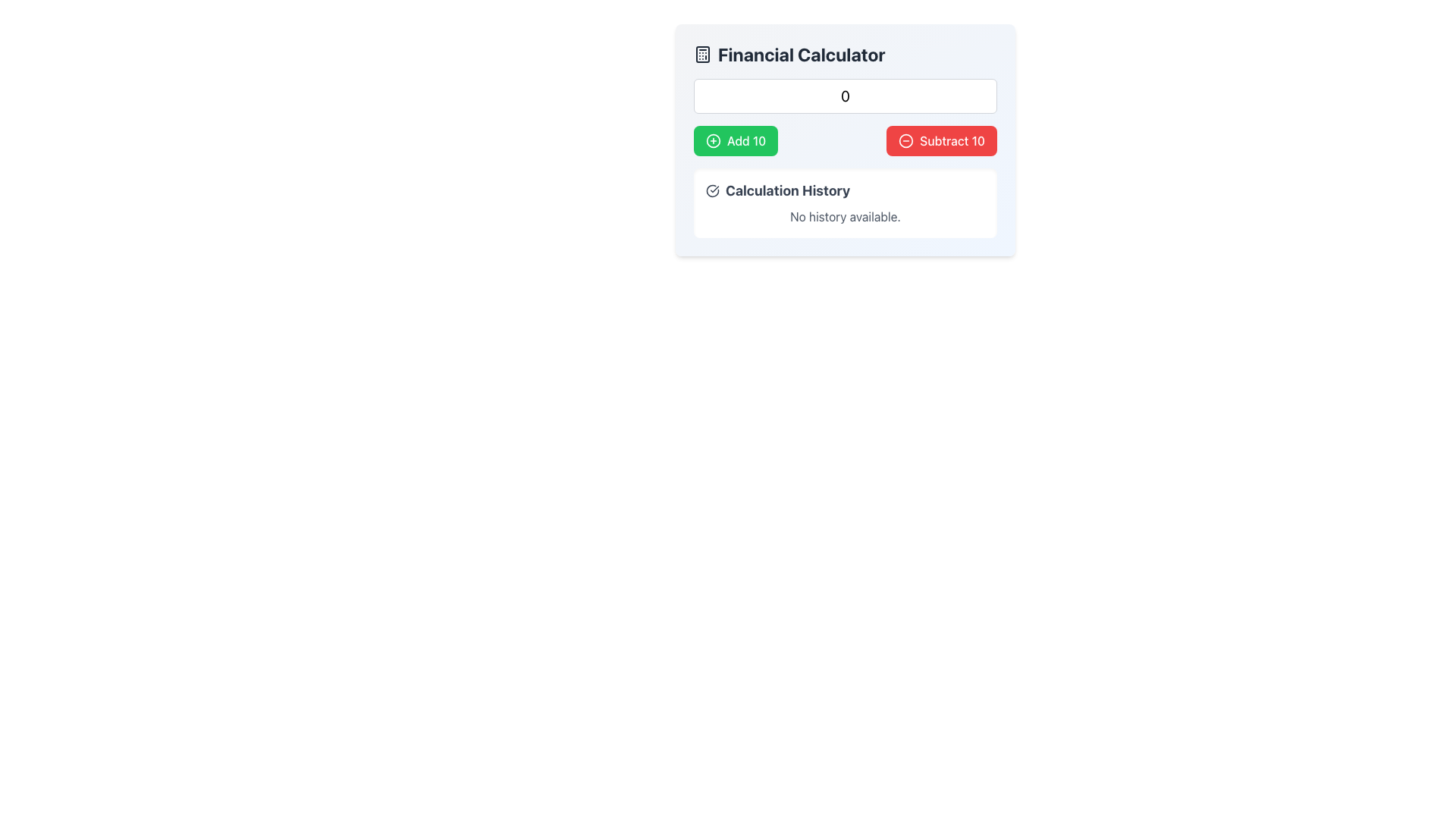 The height and width of the screenshot is (819, 1456). Describe the element at coordinates (701, 54) in the screenshot. I see `the calculator icon that visually complements the label 'Financial Calculator' to the left` at that location.